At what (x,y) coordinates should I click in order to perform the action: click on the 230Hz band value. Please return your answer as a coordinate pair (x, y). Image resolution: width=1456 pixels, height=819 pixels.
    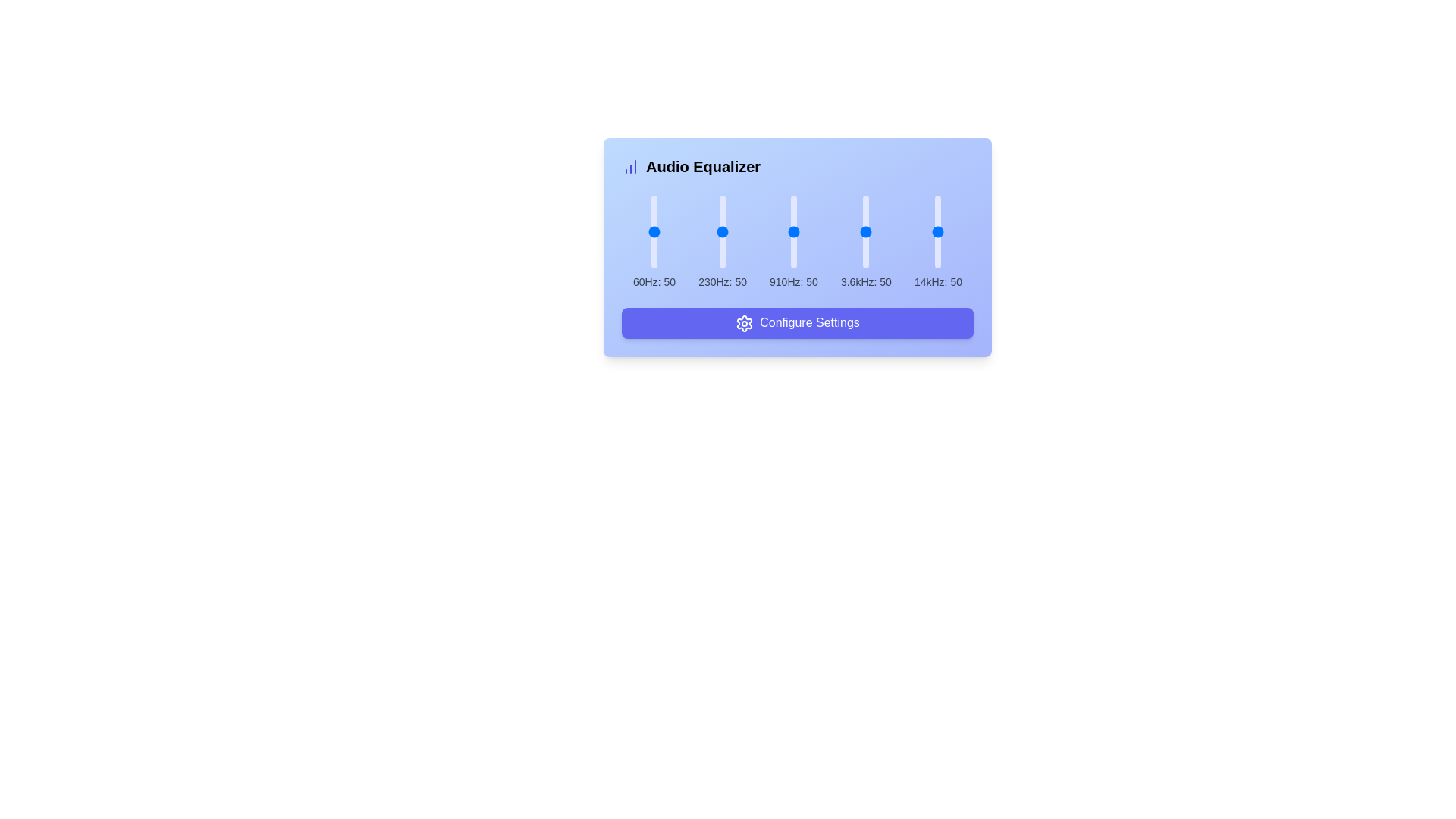
    Looking at the image, I should click on (722, 218).